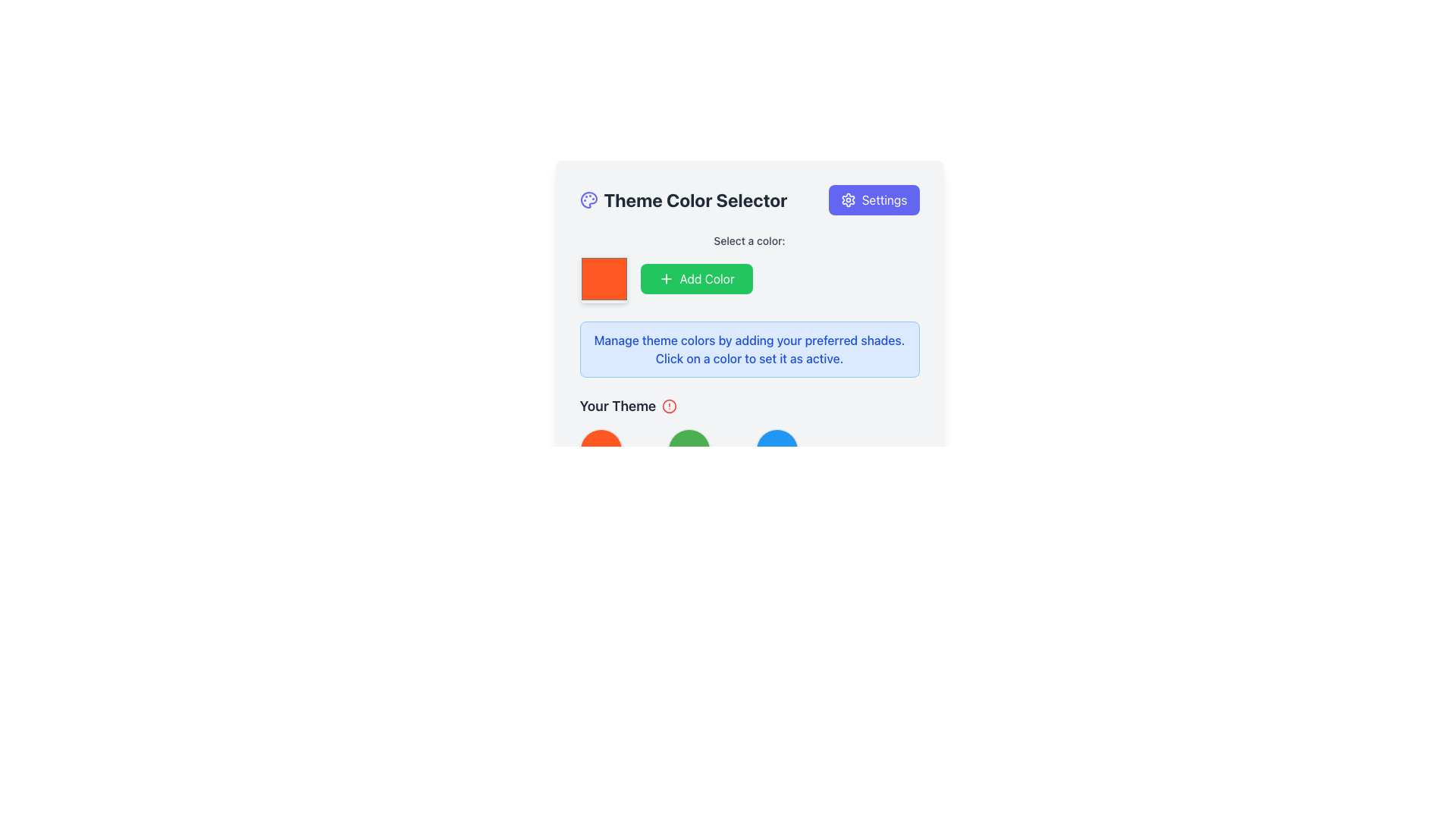  I want to click on the 'Add Color' button, so click(749, 268).